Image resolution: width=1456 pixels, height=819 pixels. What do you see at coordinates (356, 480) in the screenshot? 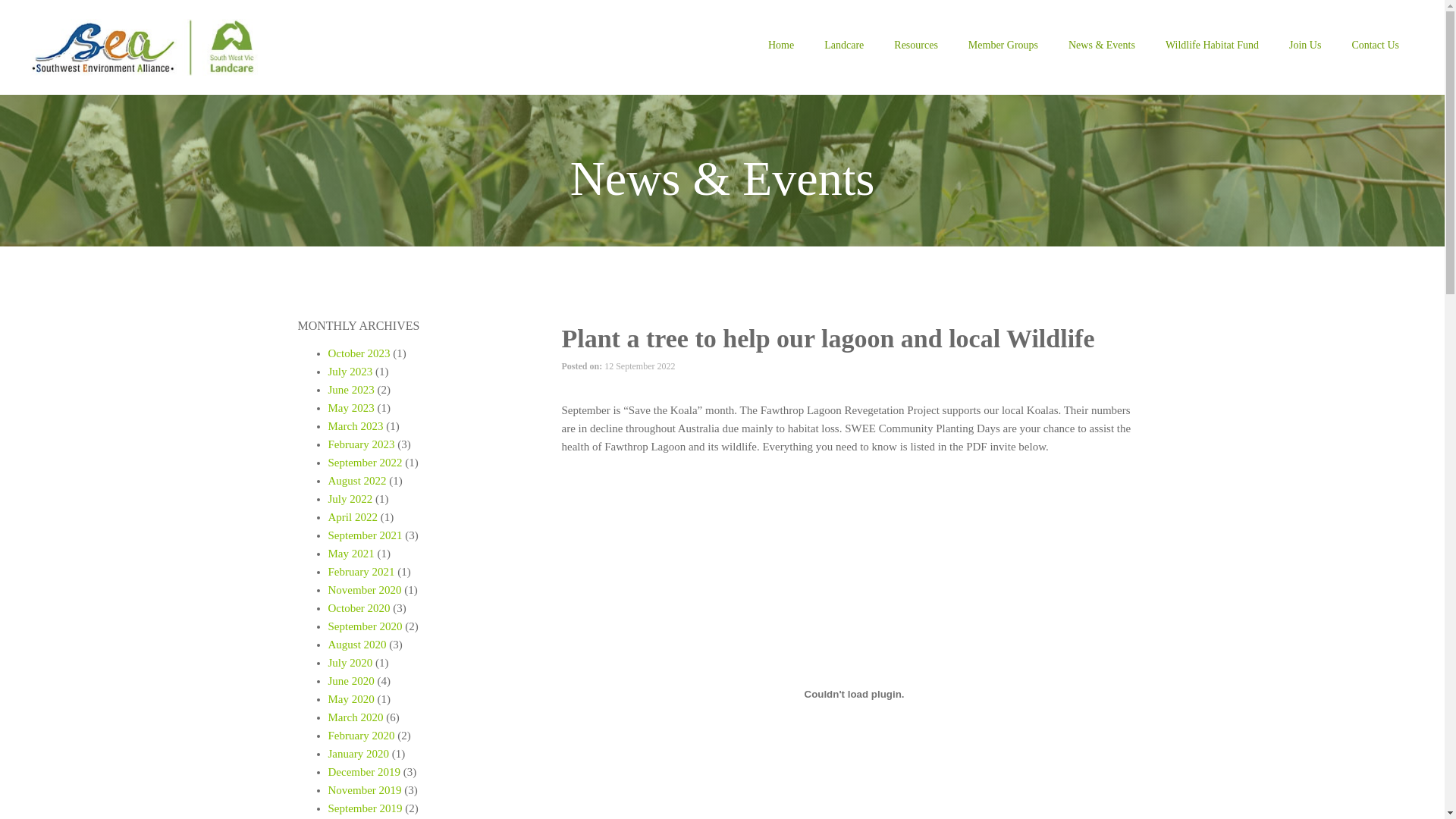
I see `'August 2022'` at bounding box center [356, 480].